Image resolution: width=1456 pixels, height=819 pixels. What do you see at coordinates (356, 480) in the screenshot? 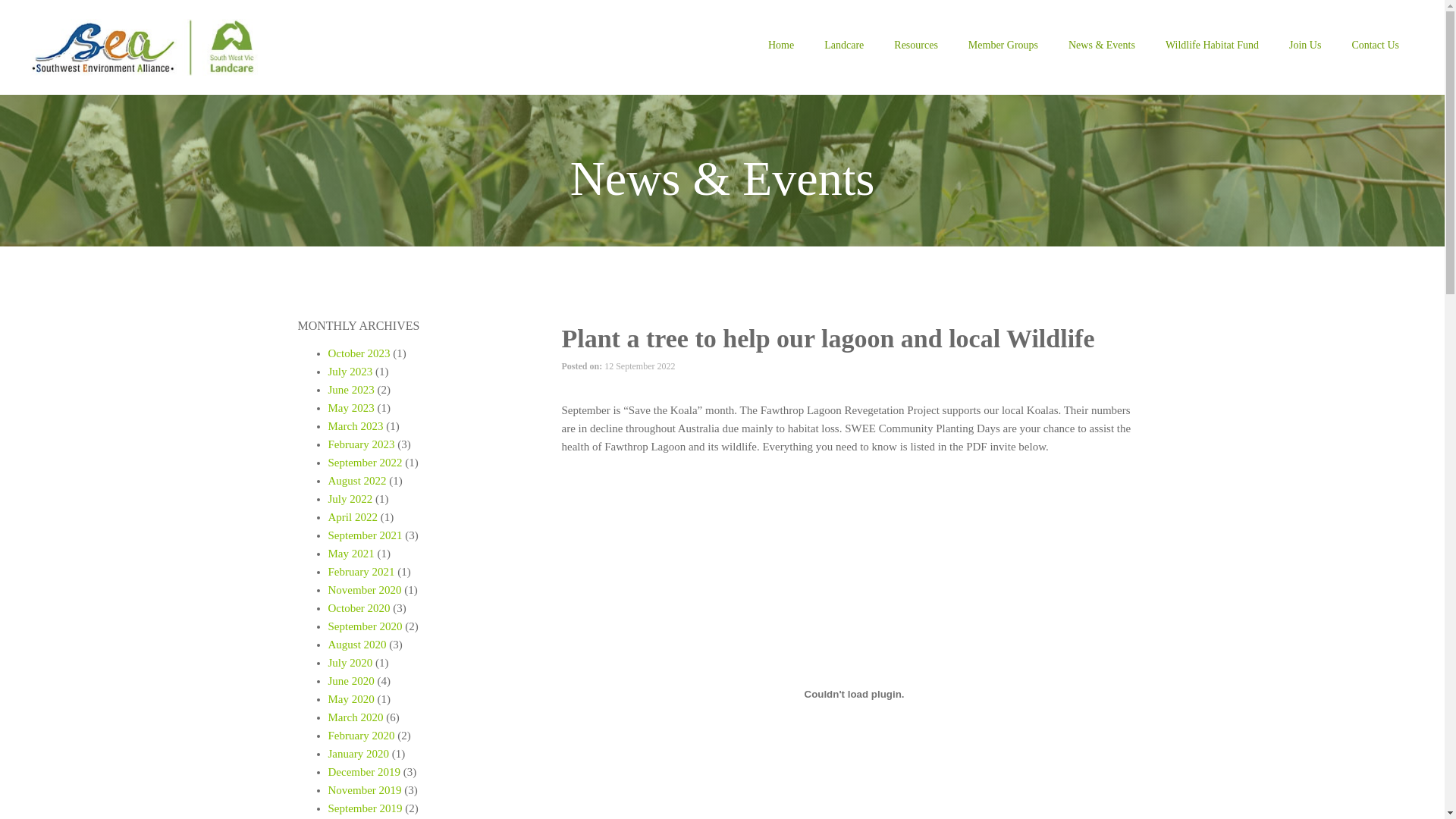
I see `'August 2022'` at bounding box center [356, 480].